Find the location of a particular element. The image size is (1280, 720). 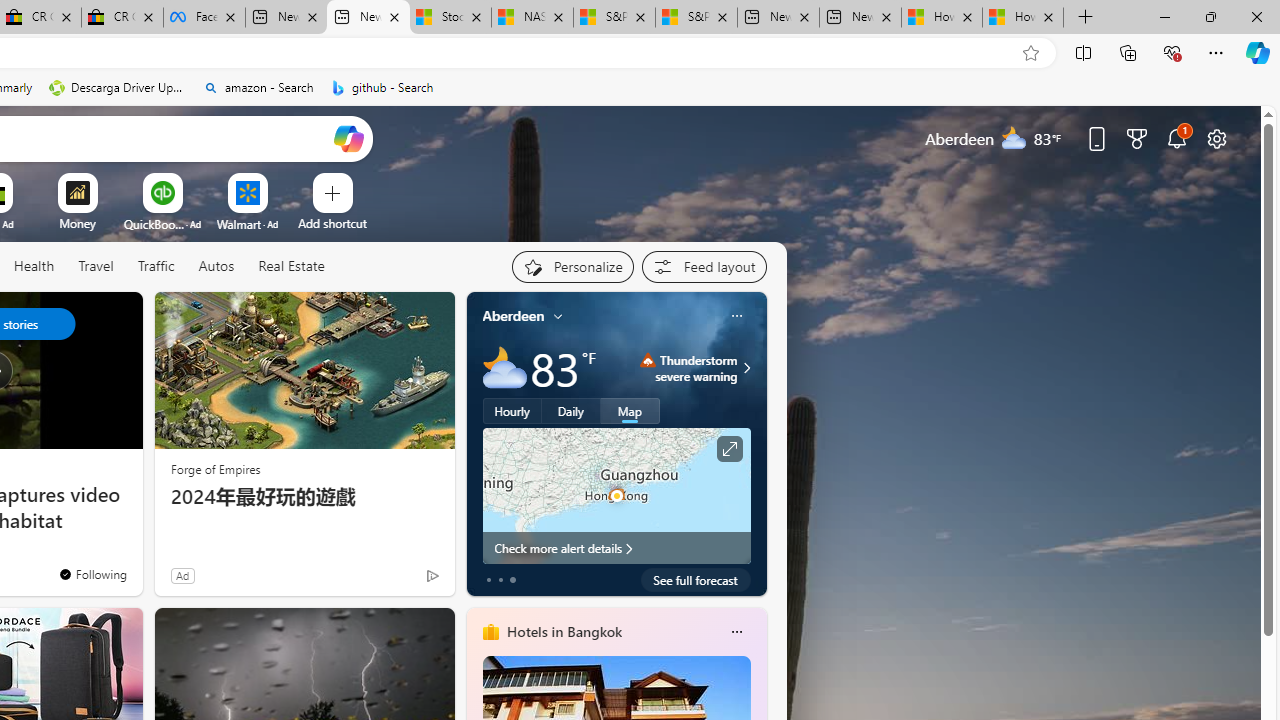

'You' is located at coordinates (91, 573).